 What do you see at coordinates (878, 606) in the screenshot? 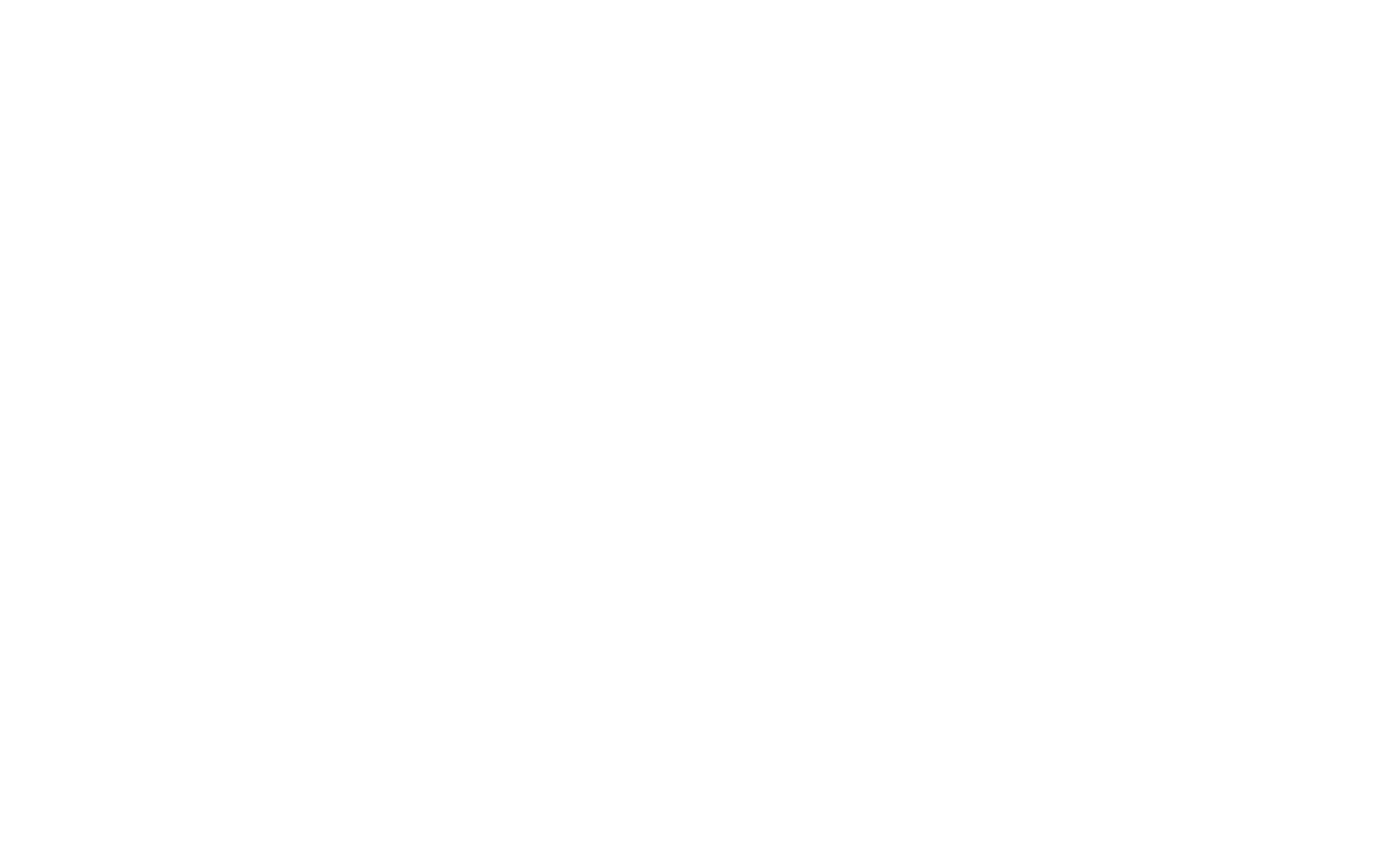
I see `'Name'` at bounding box center [878, 606].